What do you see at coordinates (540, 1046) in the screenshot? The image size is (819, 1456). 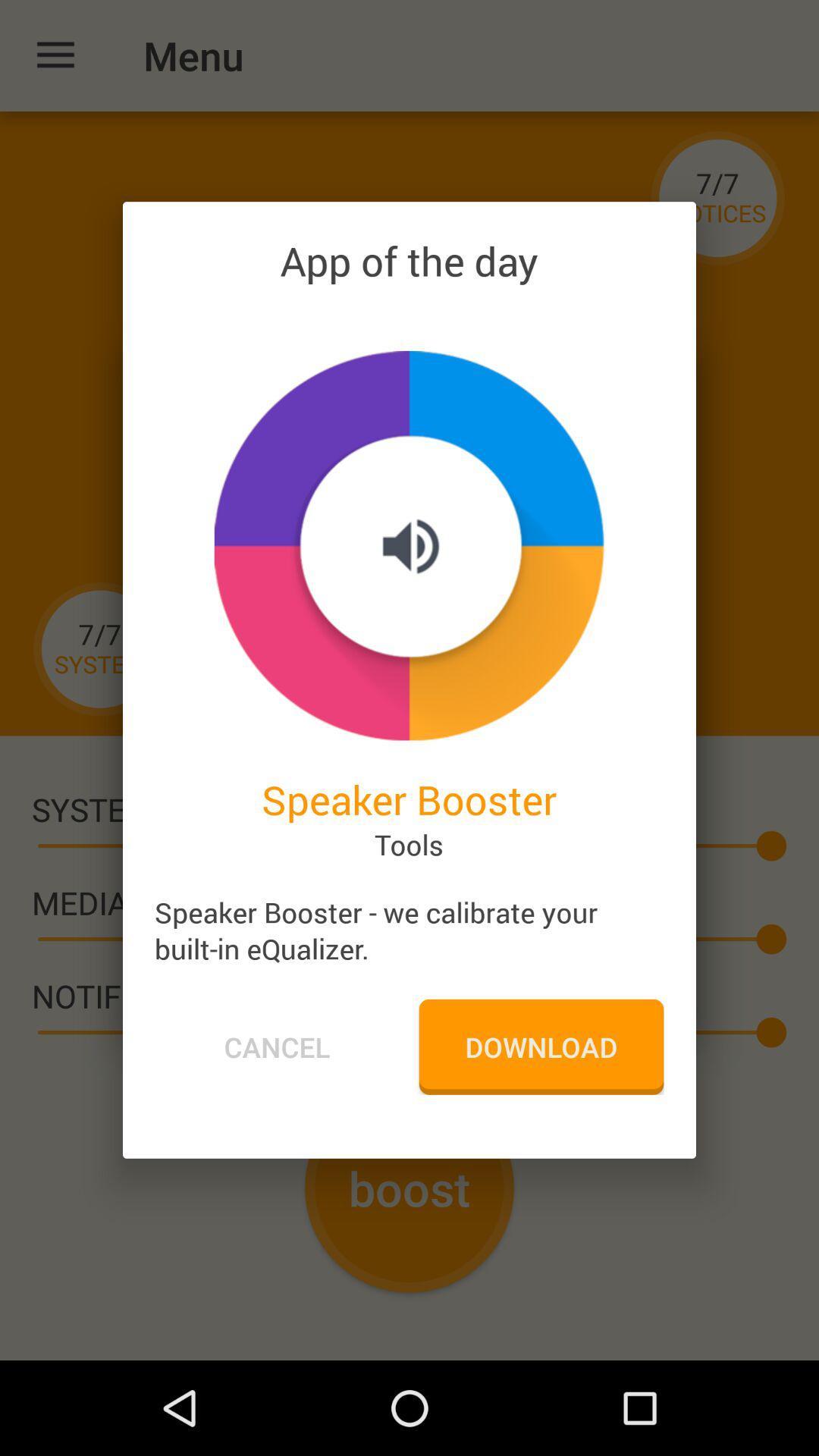 I see `download icon` at bounding box center [540, 1046].